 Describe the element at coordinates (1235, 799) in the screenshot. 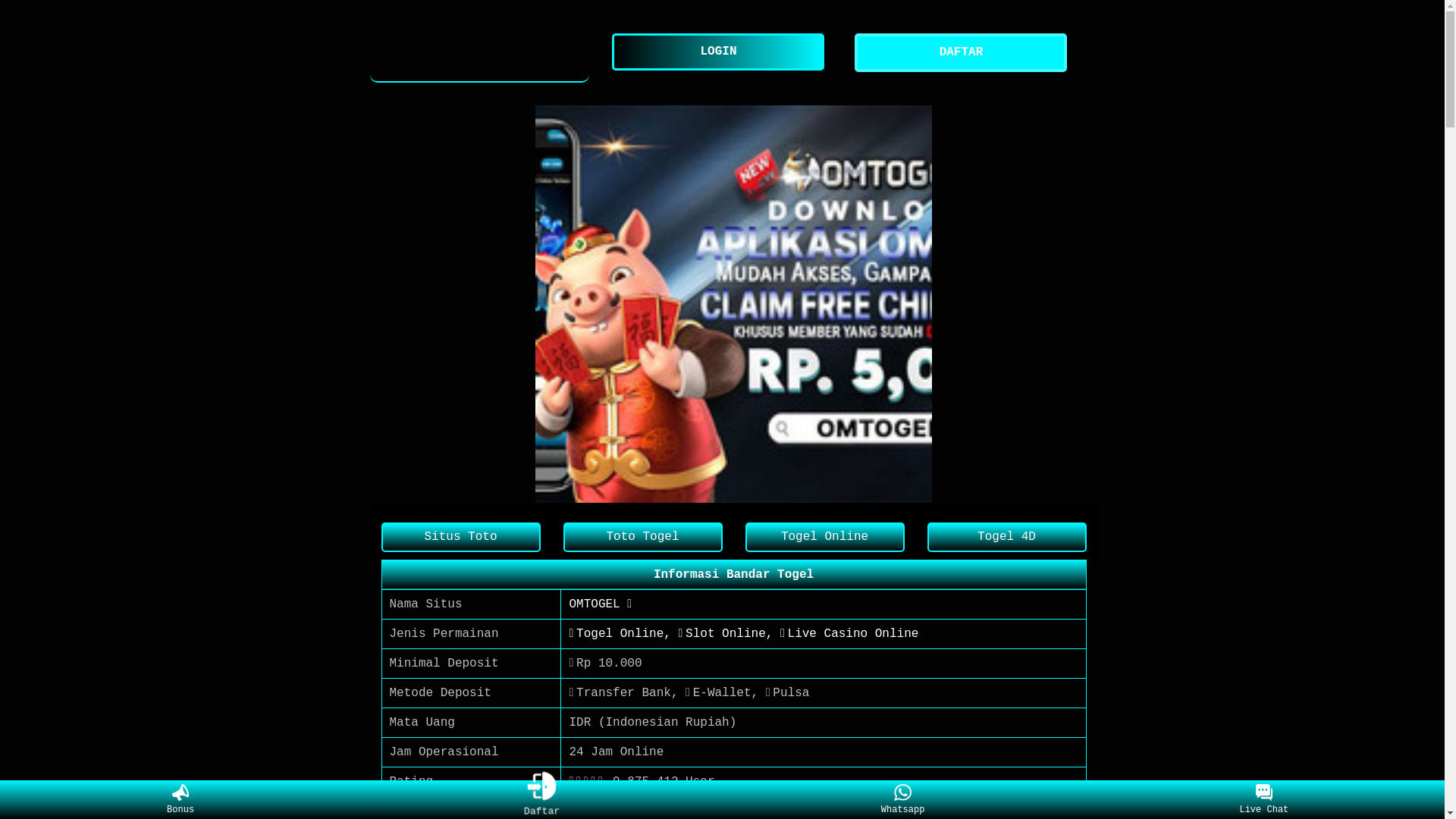

I see `'Live Chat'` at that location.